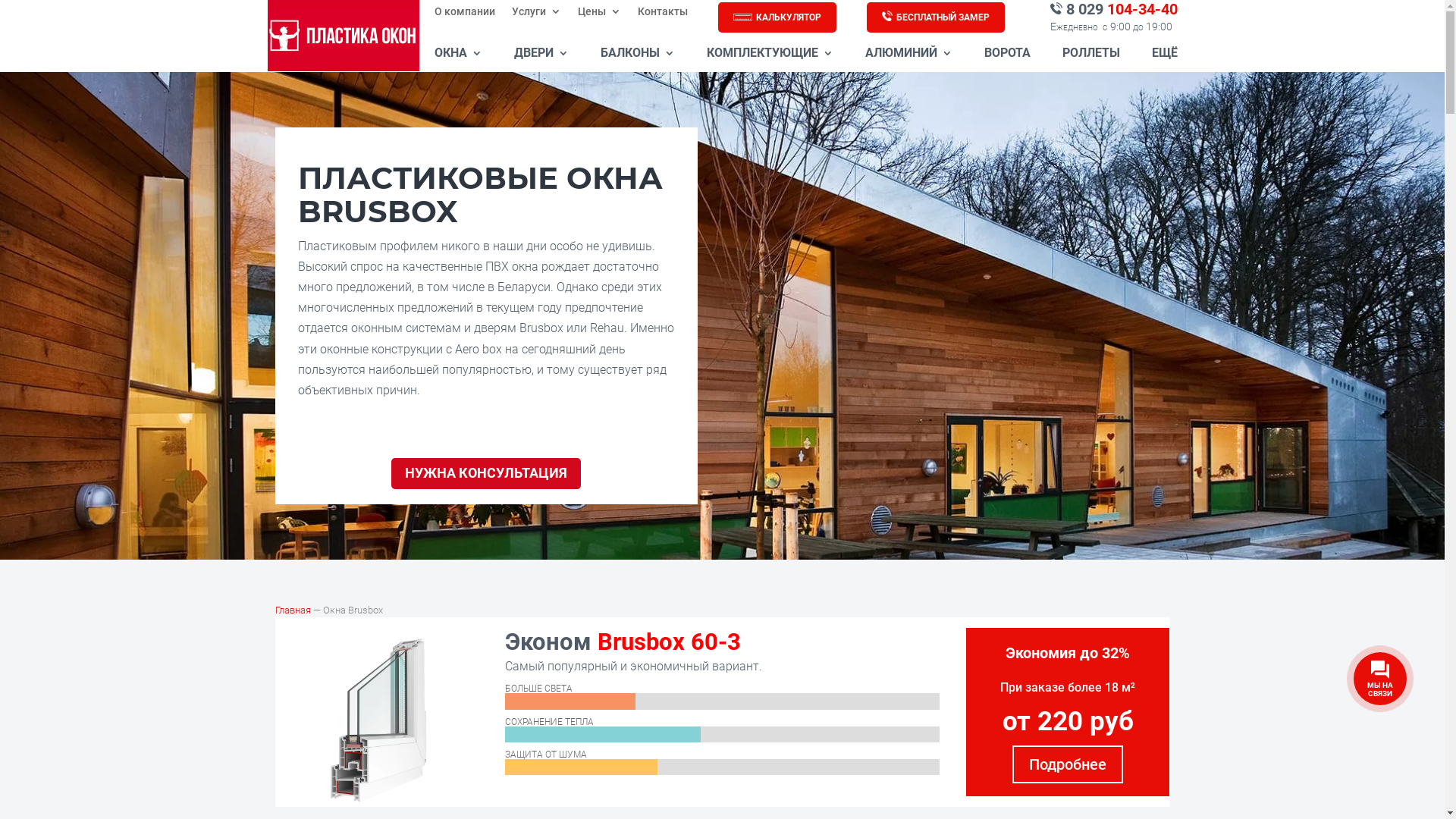  I want to click on '8 029 104-34-40', so click(1113, 8).